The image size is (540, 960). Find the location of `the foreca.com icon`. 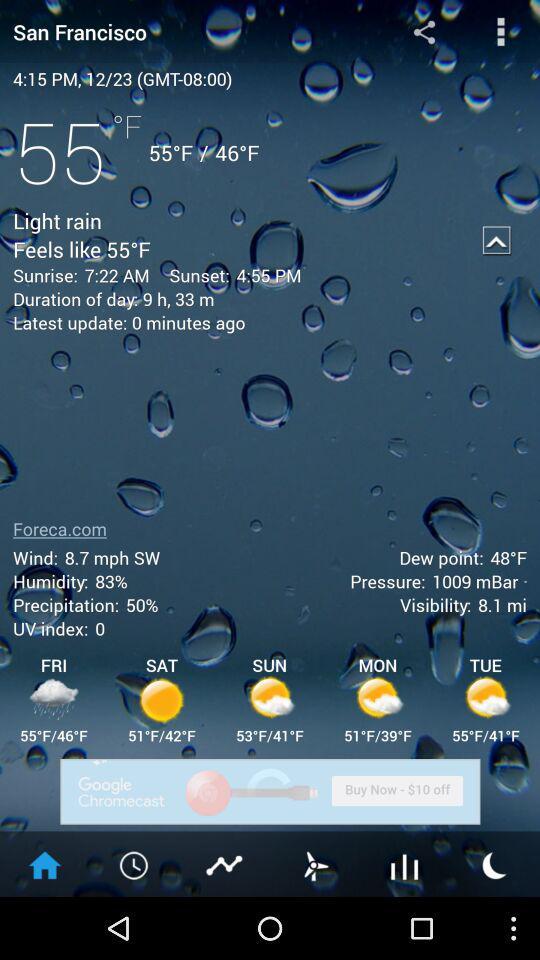

the foreca.com icon is located at coordinates (59, 527).